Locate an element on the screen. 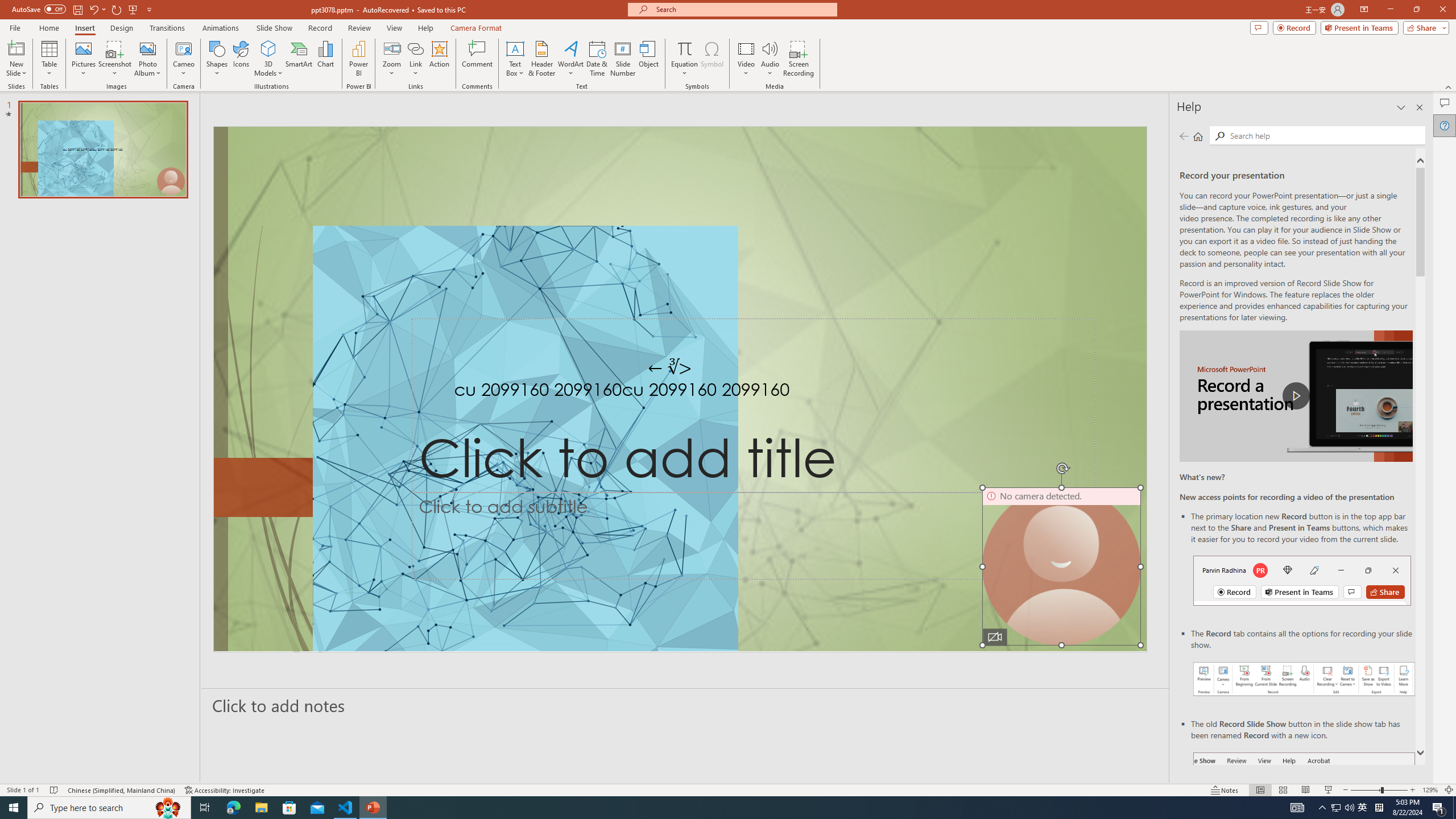 The height and width of the screenshot is (819, 1456). 'Draw Horizontal Text Box' is located at coordinates (515, 48).